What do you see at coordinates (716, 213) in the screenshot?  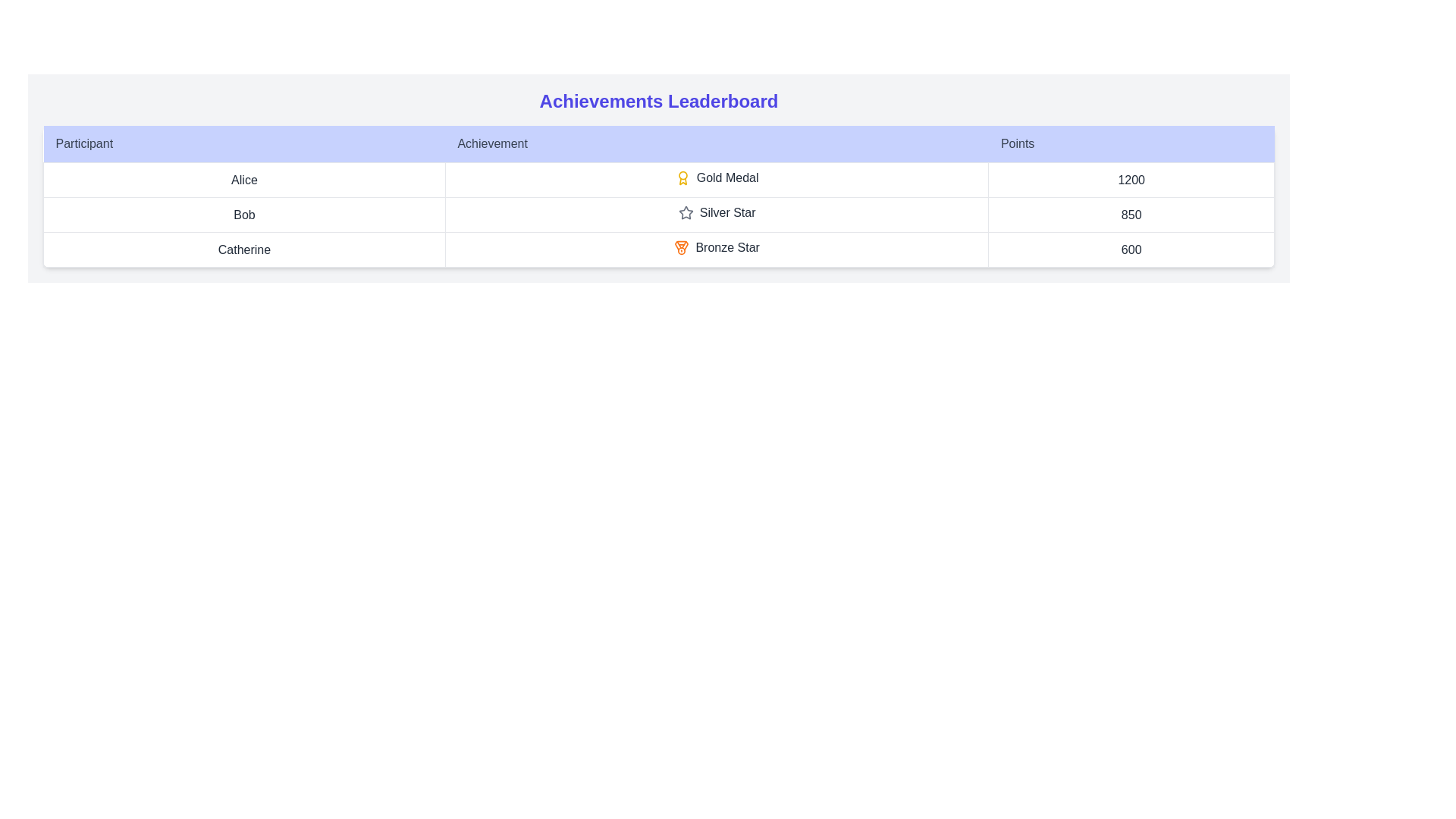 I see `the outlined star icon with the text 'Silver Star' located in the second row under the 'Achievement' column of the leaderboard table` at bounding box center [716, 213].